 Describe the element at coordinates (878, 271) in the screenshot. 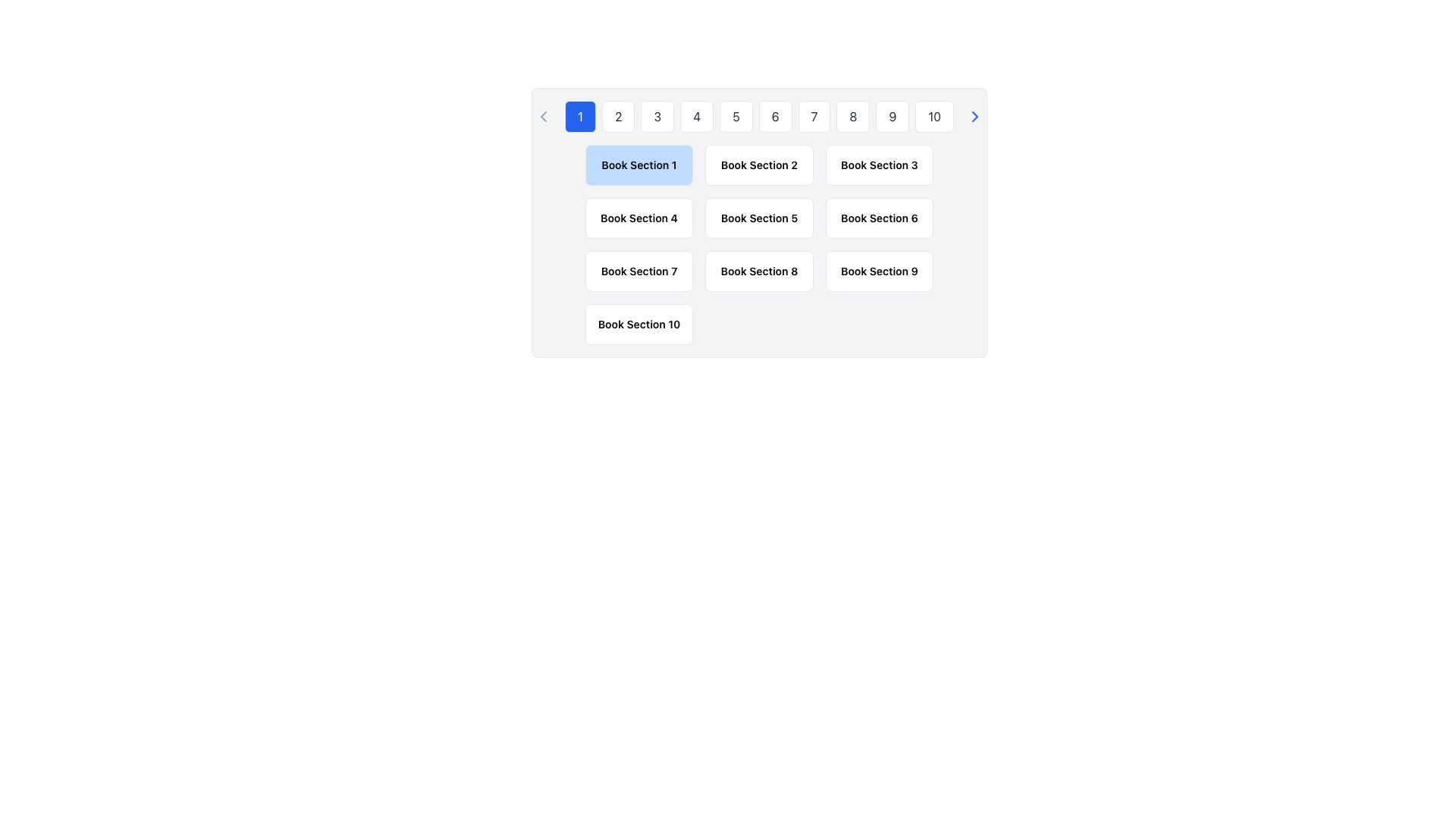

I see `the selectable label representing 'Book Section 9' located in the third column of the third row in a 3x4 grid layout` at that location.